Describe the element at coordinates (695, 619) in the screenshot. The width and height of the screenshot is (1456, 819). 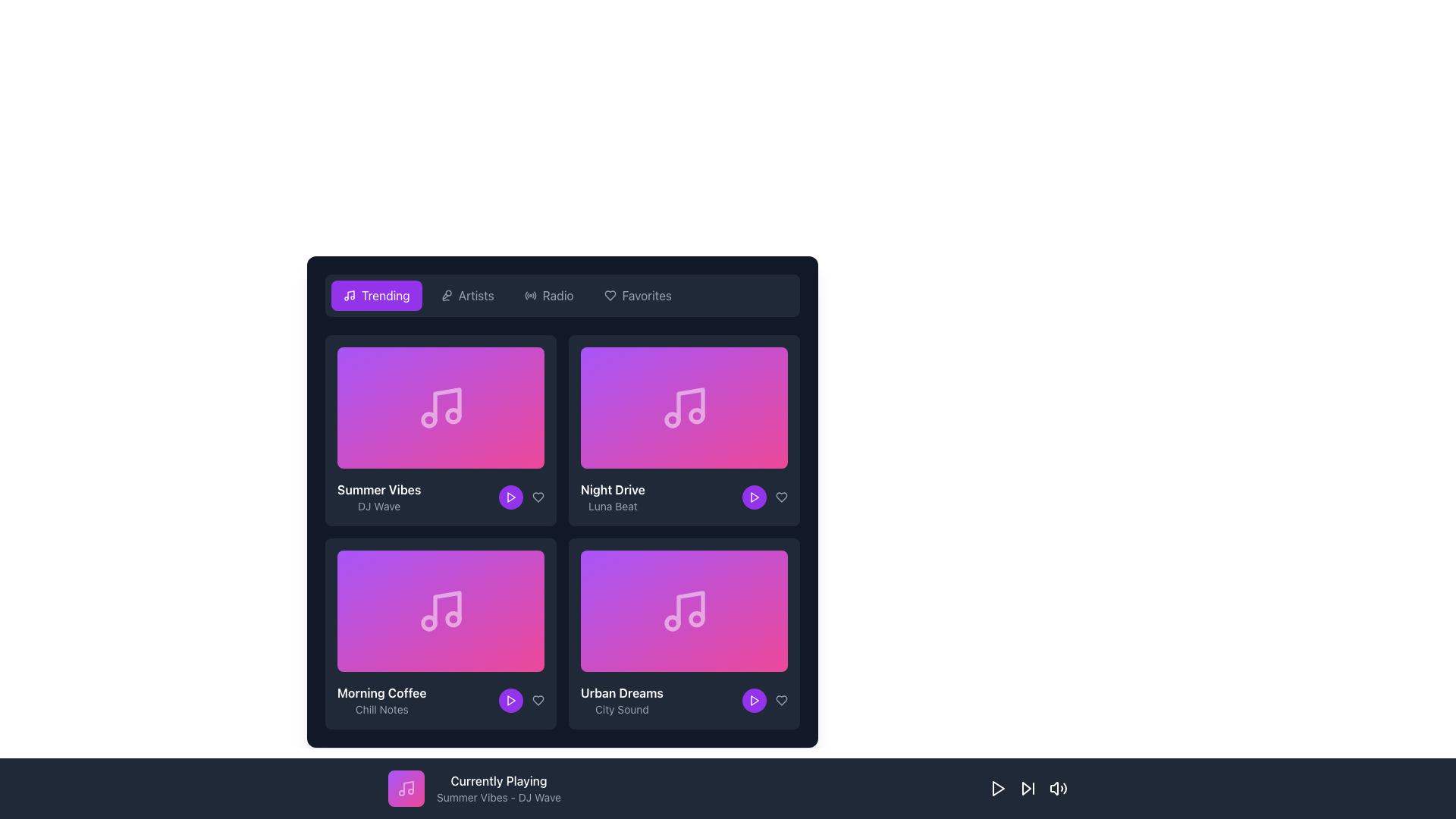
I see `the graphical icon located at the lower-right corner of the 'Urban Dreams' music card` at that location.